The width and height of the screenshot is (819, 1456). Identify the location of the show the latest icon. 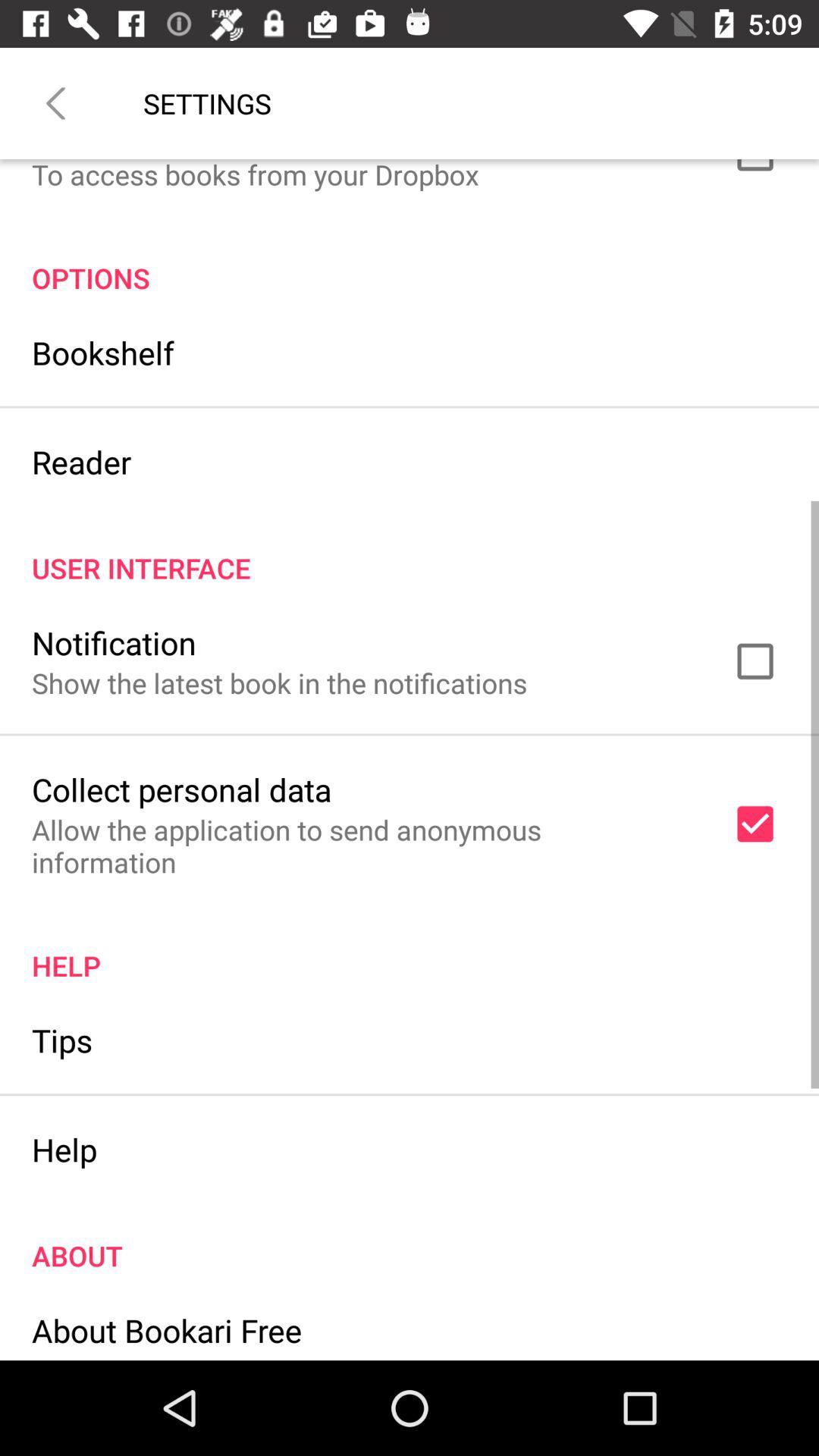
(279, 682).